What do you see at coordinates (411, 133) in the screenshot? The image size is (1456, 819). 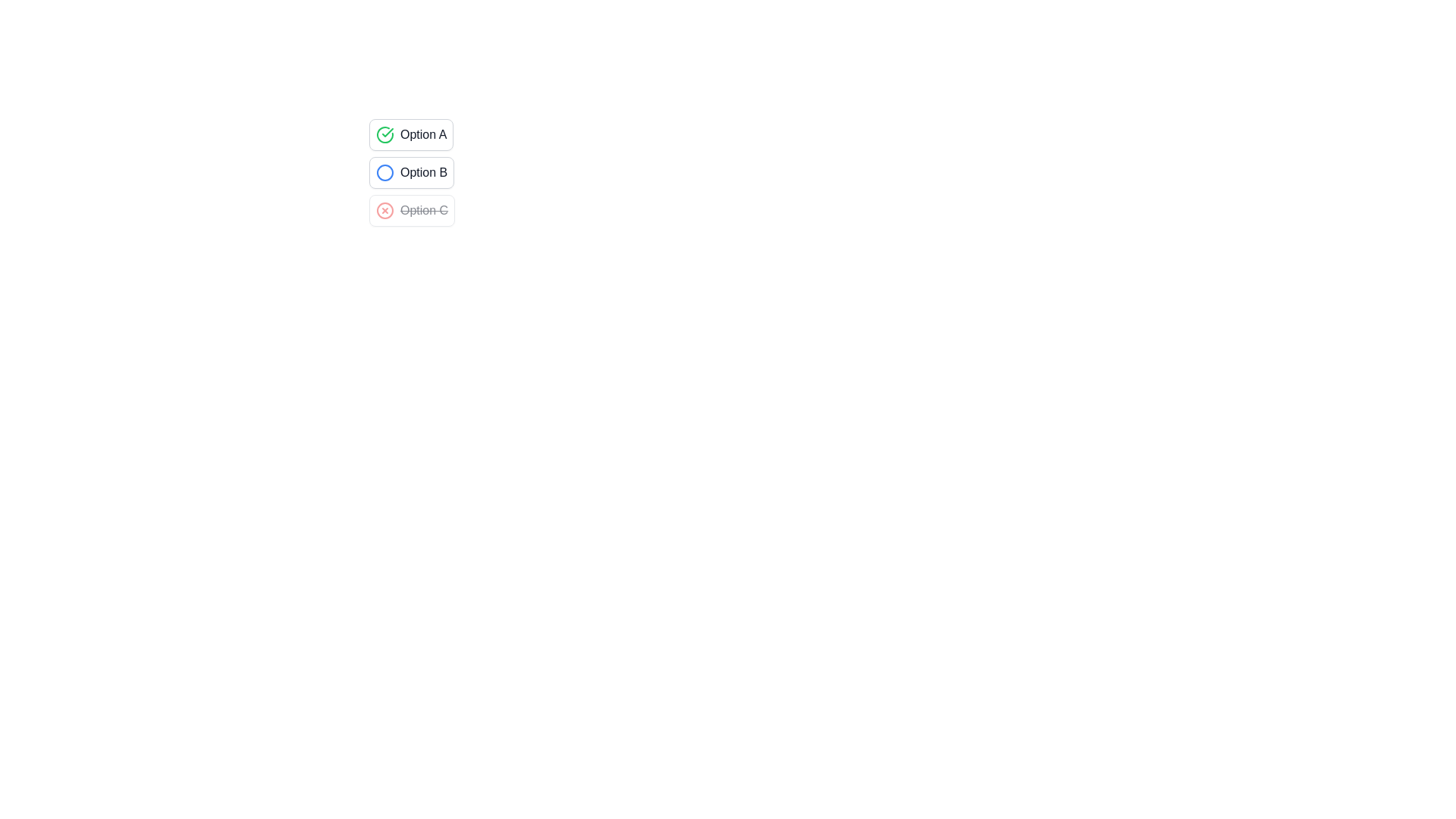 I see `the selectable option labeled 'Option A' which is a horizontal bar with rounded corners containing a green circular icon with a check mark and text on the right` at bounding box center [411, 133].